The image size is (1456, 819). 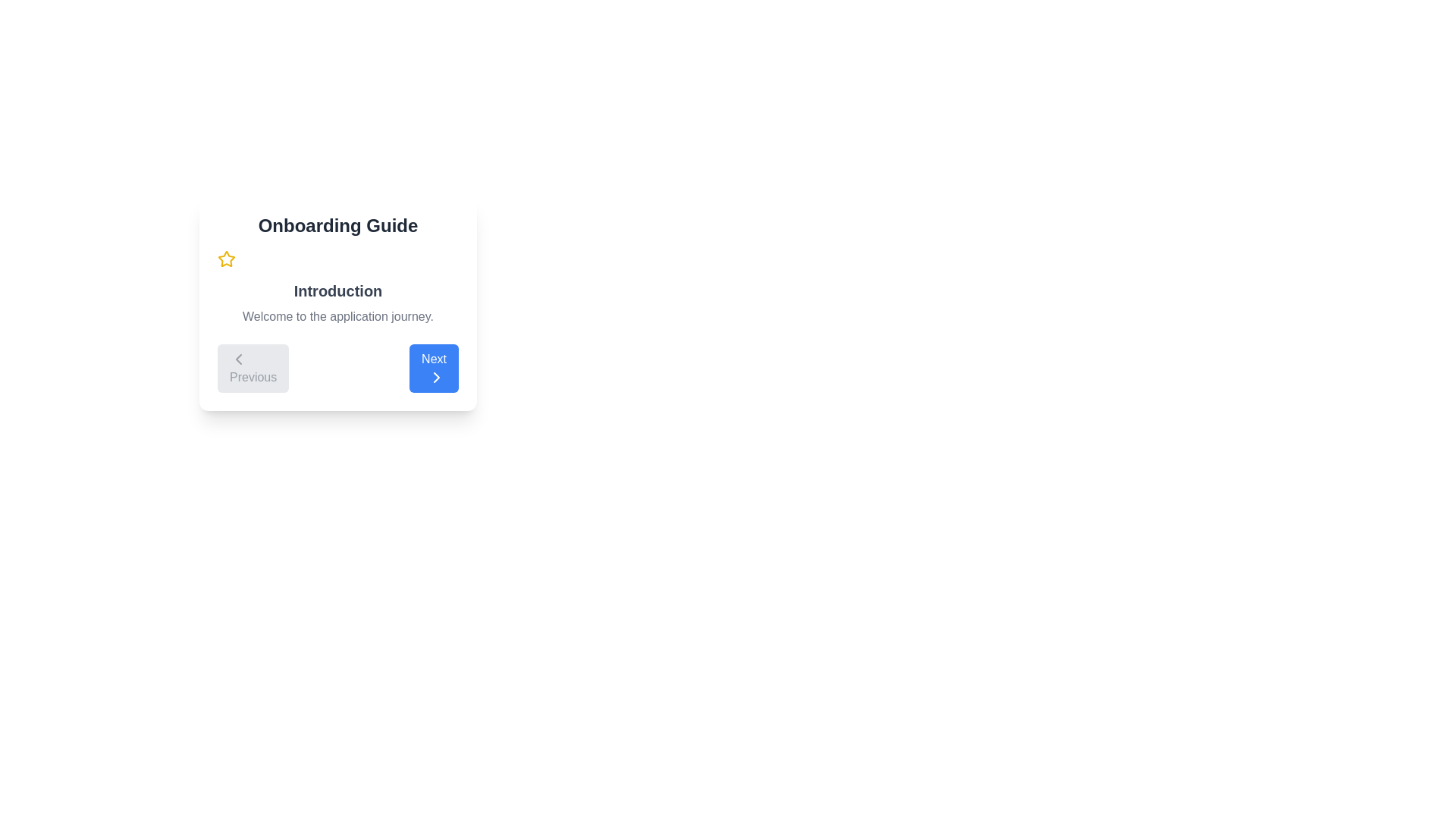 What do you see at coordinates (436, 376) in the screenshot?
I see `the right-facing chevron icon located within the 'Next' button at the bottom-right corner of the 'Onboarding Guide' card` at bounding box center [436, 376].